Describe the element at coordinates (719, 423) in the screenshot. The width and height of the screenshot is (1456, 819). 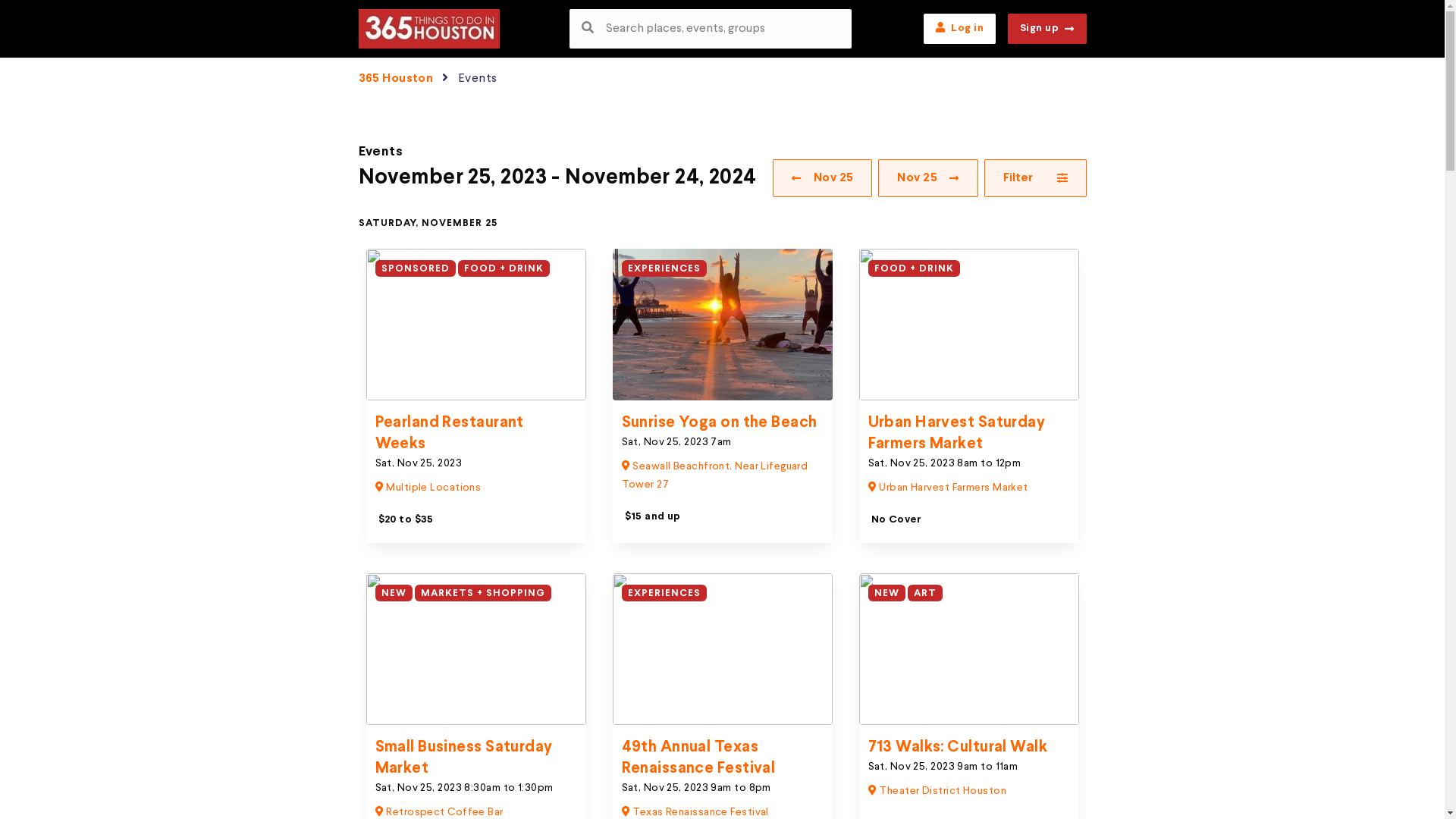
I see `'Sunrise Yoga on the Beach'` at that location.